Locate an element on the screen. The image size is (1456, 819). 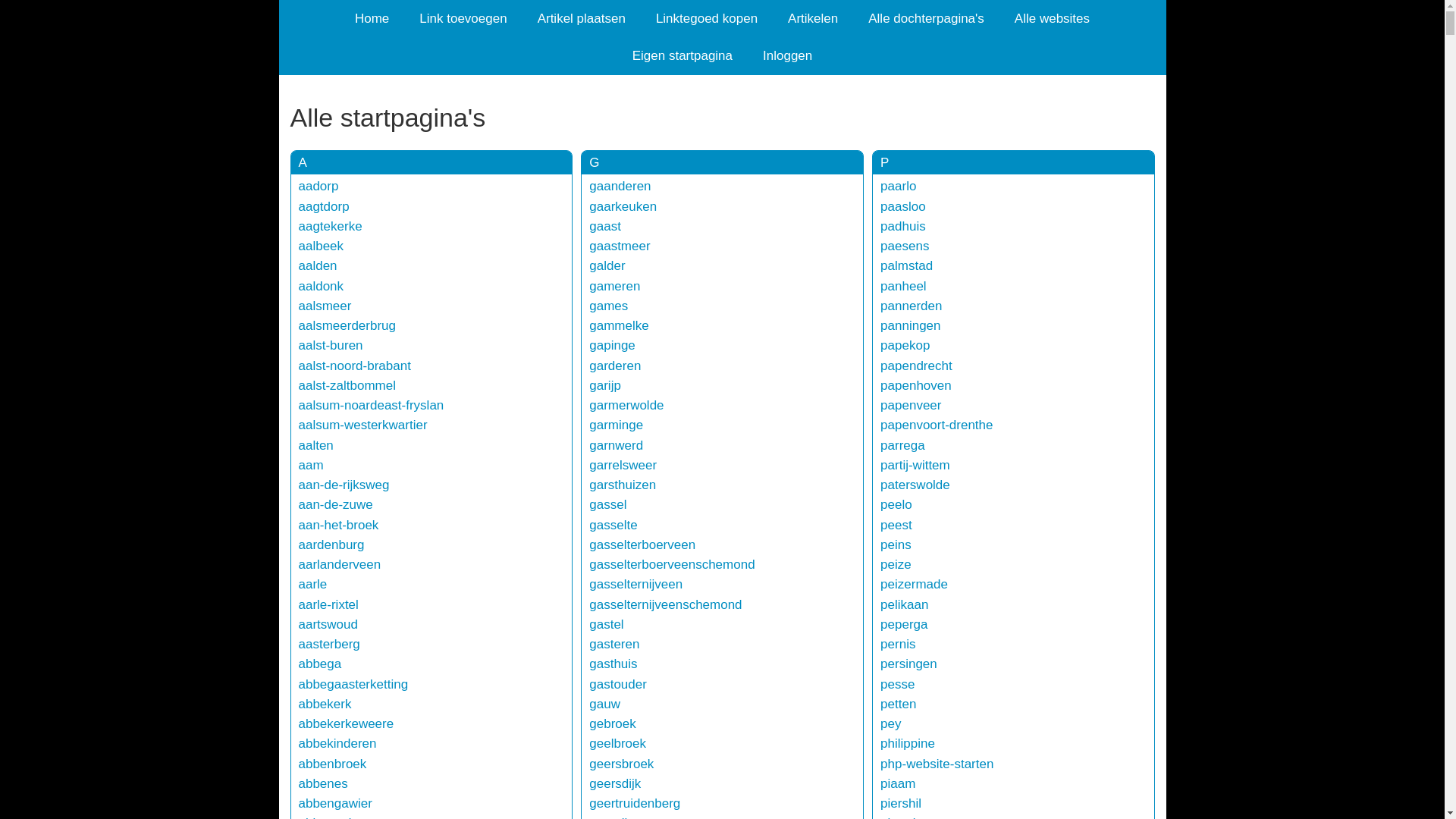
'gasteren' is located at coordinates (614, 644).